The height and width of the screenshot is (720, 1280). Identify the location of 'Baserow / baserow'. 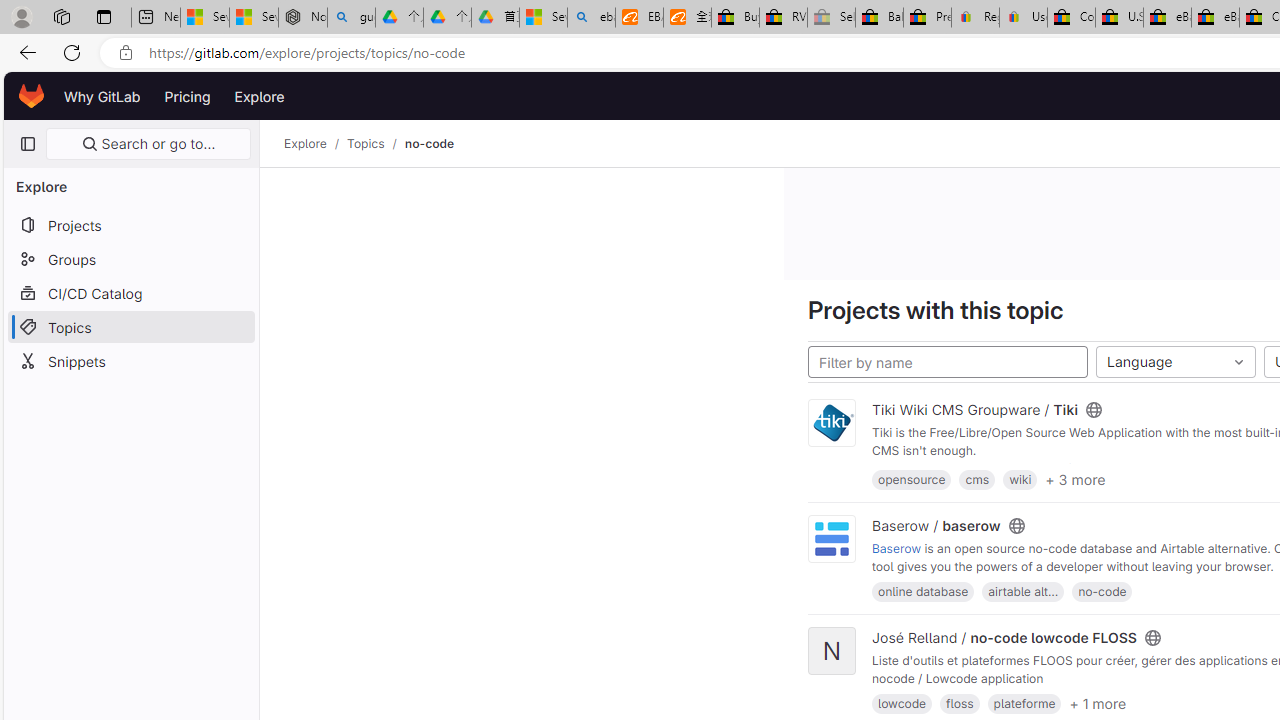
(935, 524).